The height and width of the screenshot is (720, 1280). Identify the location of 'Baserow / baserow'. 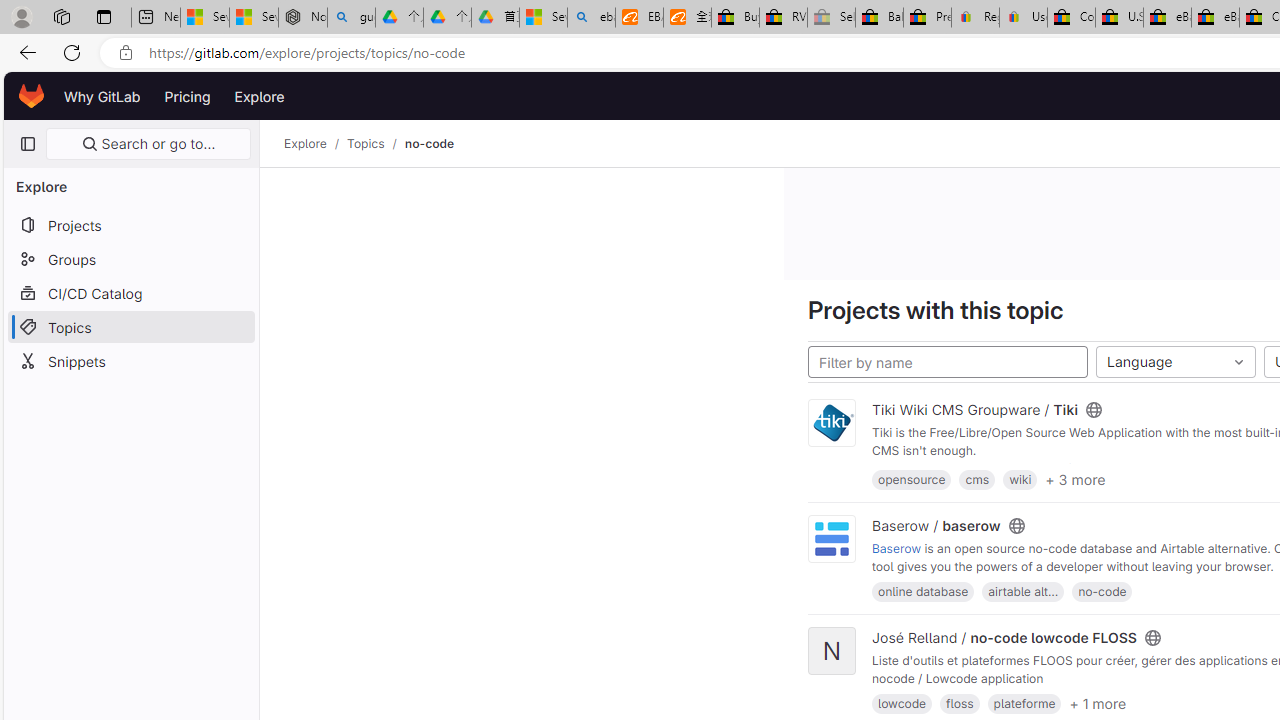
(935, 524).